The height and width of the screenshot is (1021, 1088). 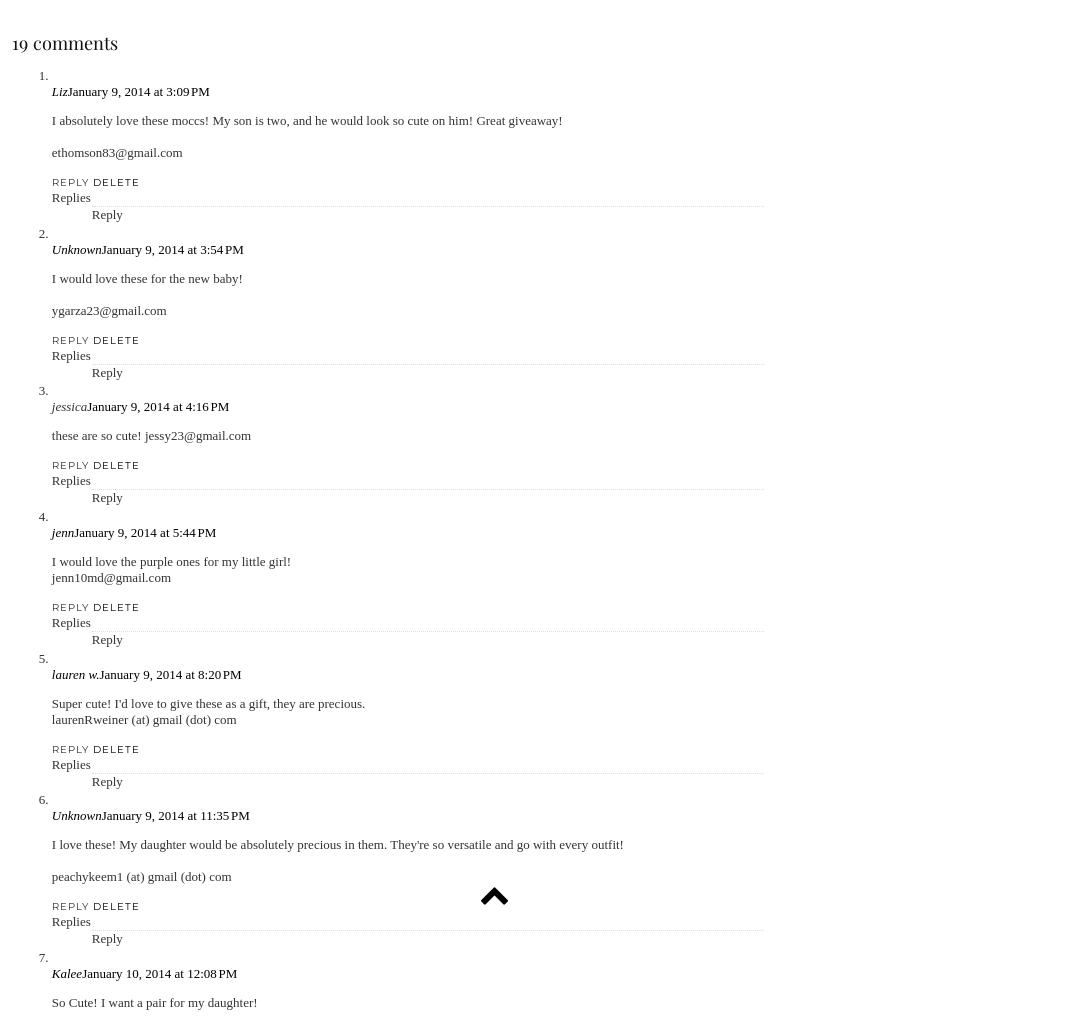 I want to click on '19 comments', so click(x=63, y=42).